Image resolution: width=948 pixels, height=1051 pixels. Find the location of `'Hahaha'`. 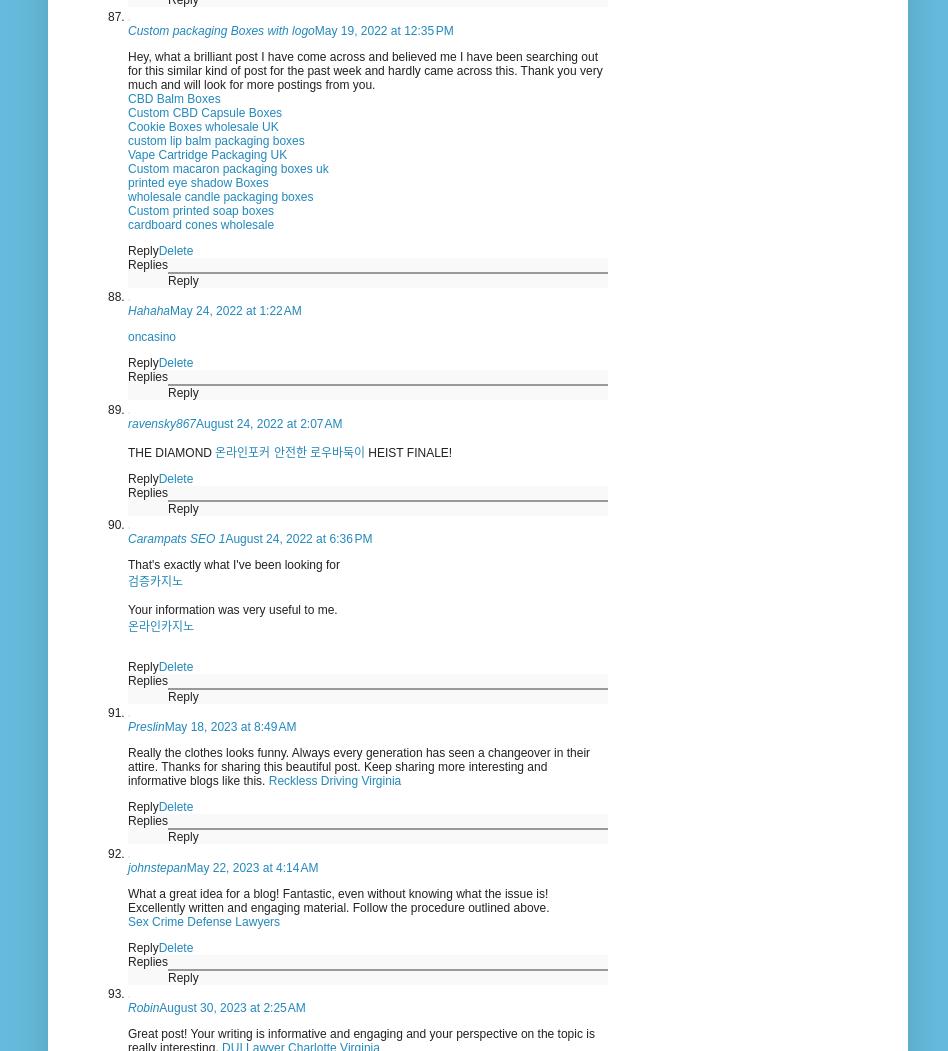

'Hahaha' is located at coordinates (148, 309).